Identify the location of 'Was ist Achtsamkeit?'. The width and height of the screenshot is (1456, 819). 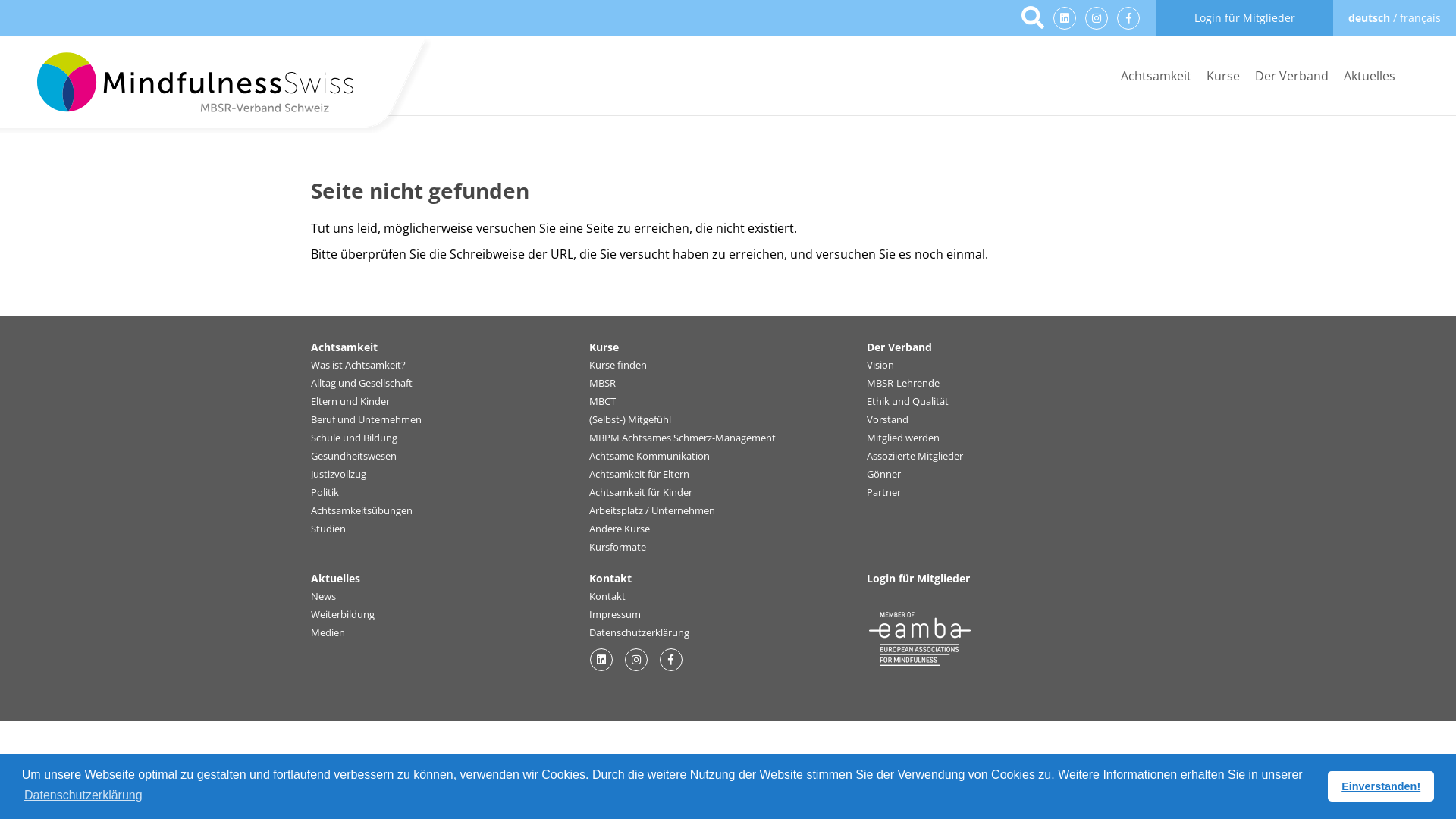
(357, 366).